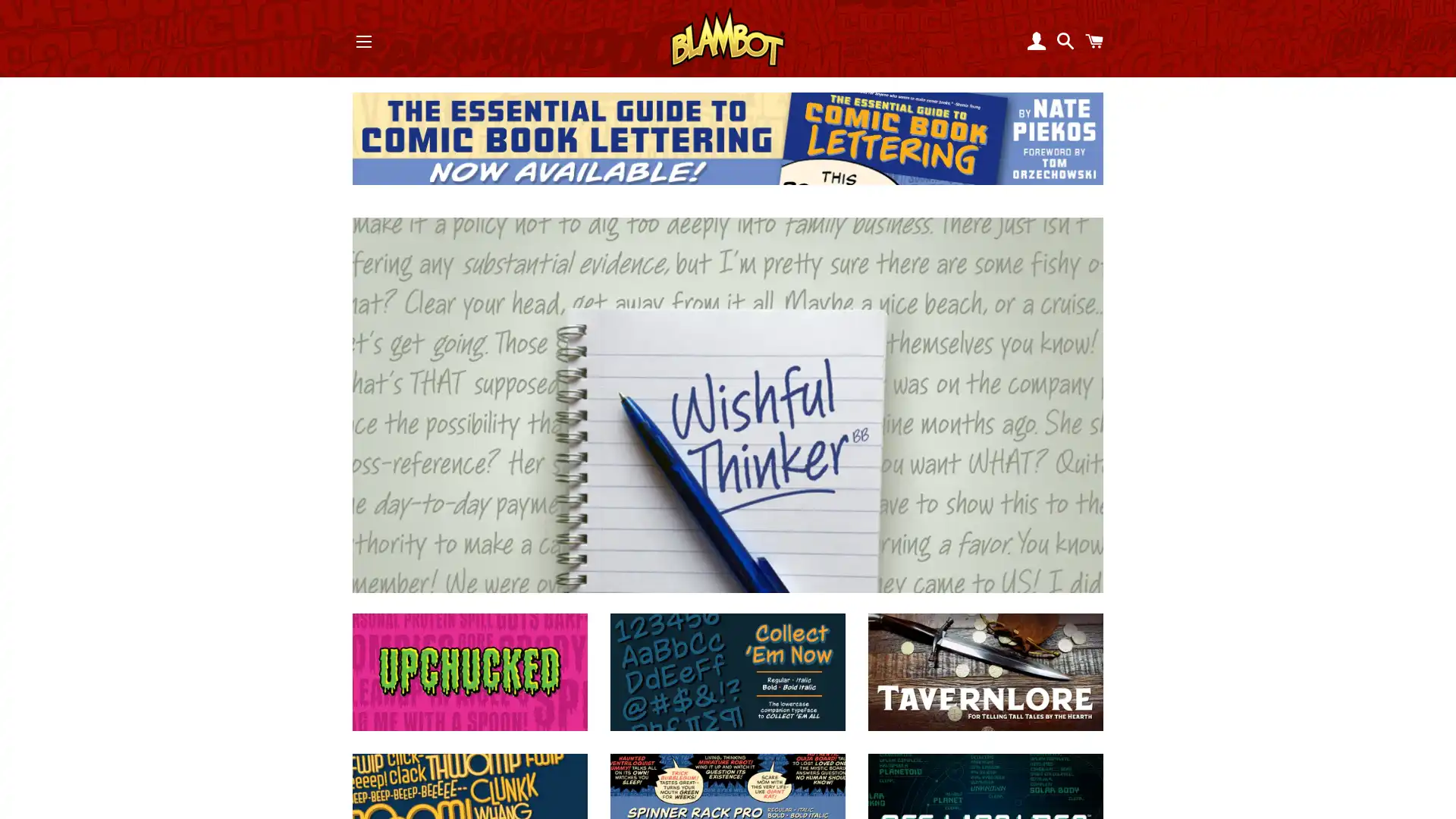 This screenshot has height=819, width=1456. Describe the element at coordinates (364, 40) in the screenshot. I see `SITE NAVIGATION` at that location.